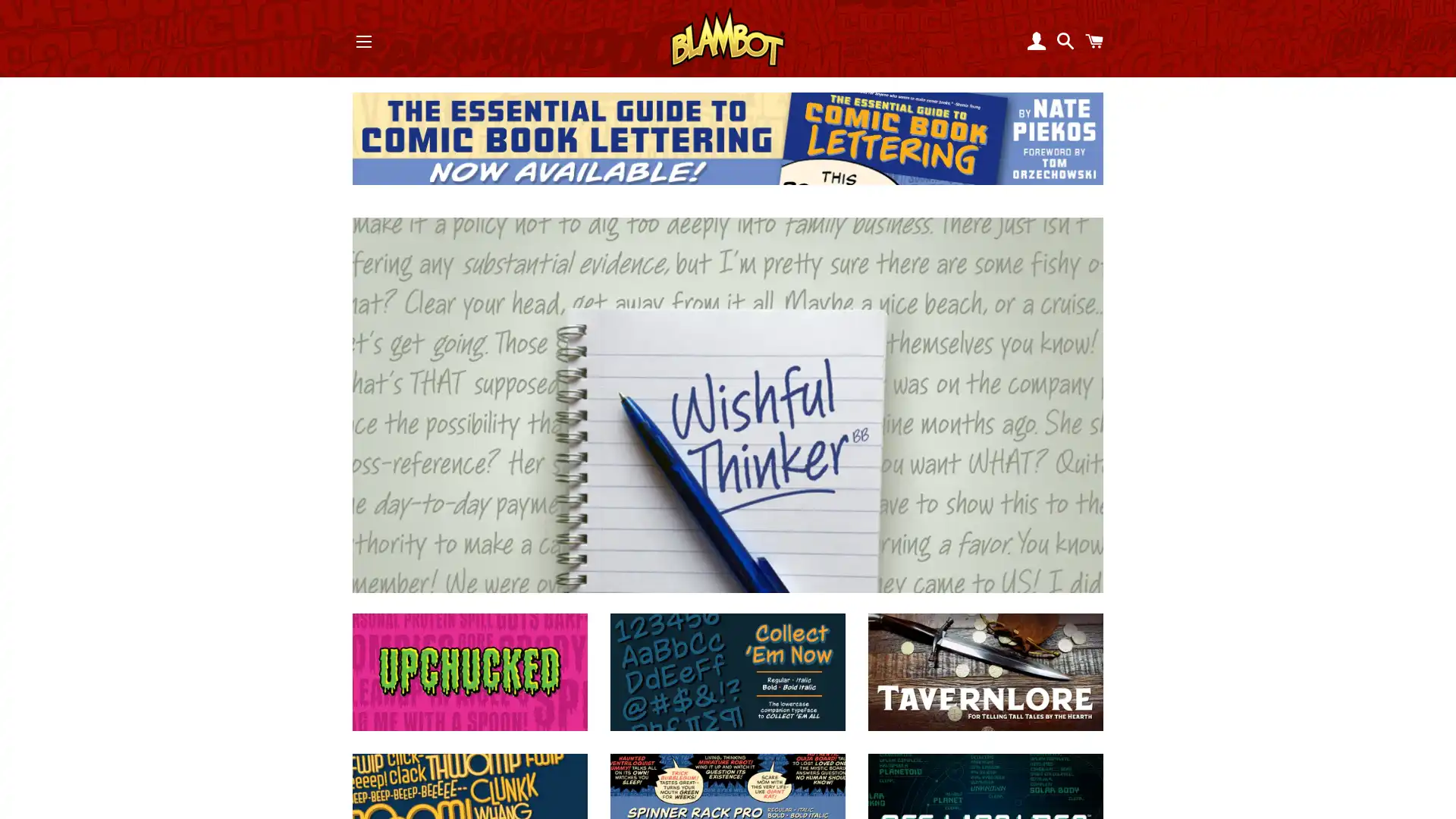 This screenshot has height=819, width=1456. Describe the element at coordinates (364, 40) in the screenshot. I see `SITE NAVIGATION` at that location.